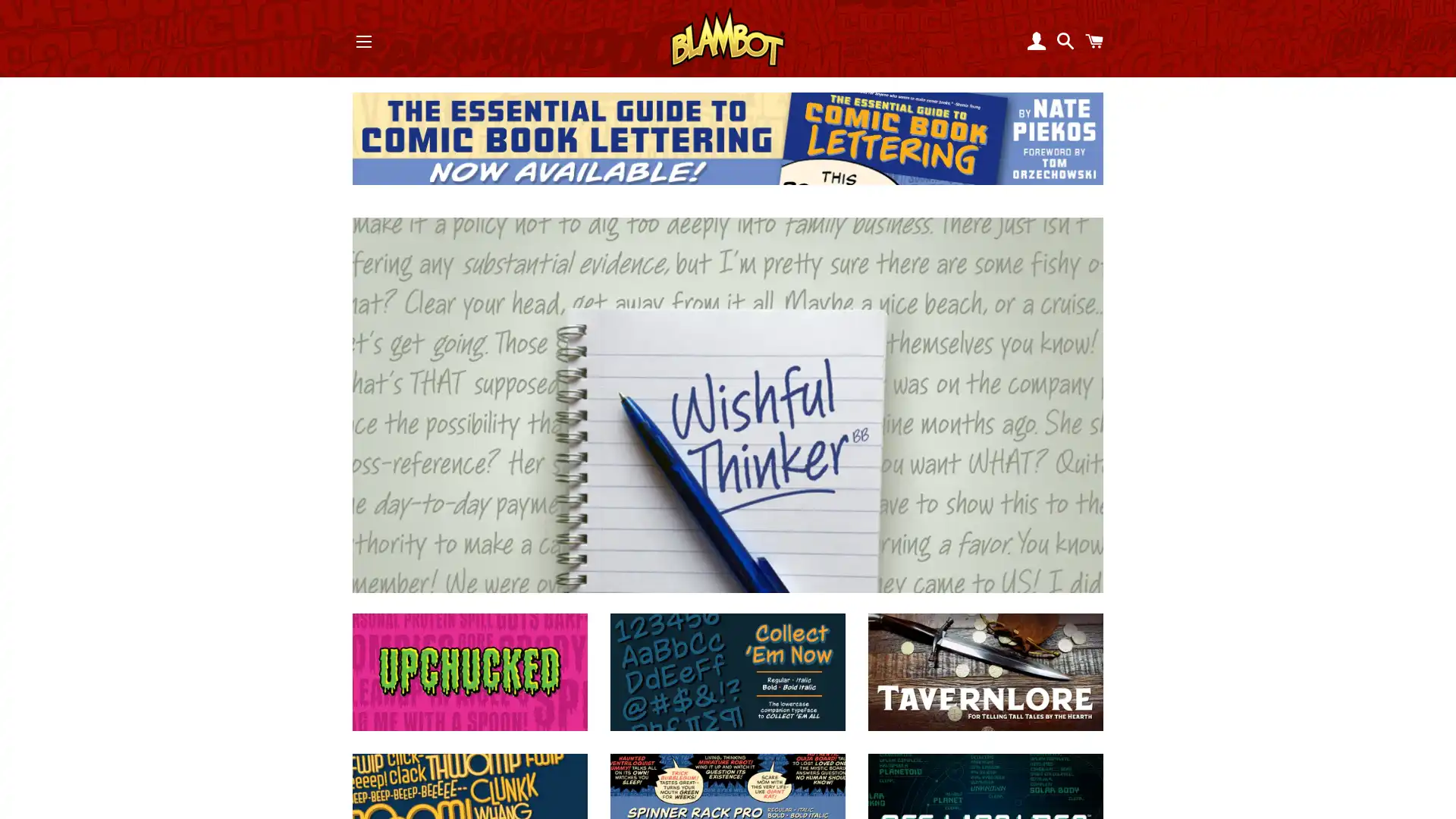 This screenshot has height=819, width=1456. Describe the element at coordinates (364, 40) in the screenshot. I see `SITE NAVIGATION` at that location.